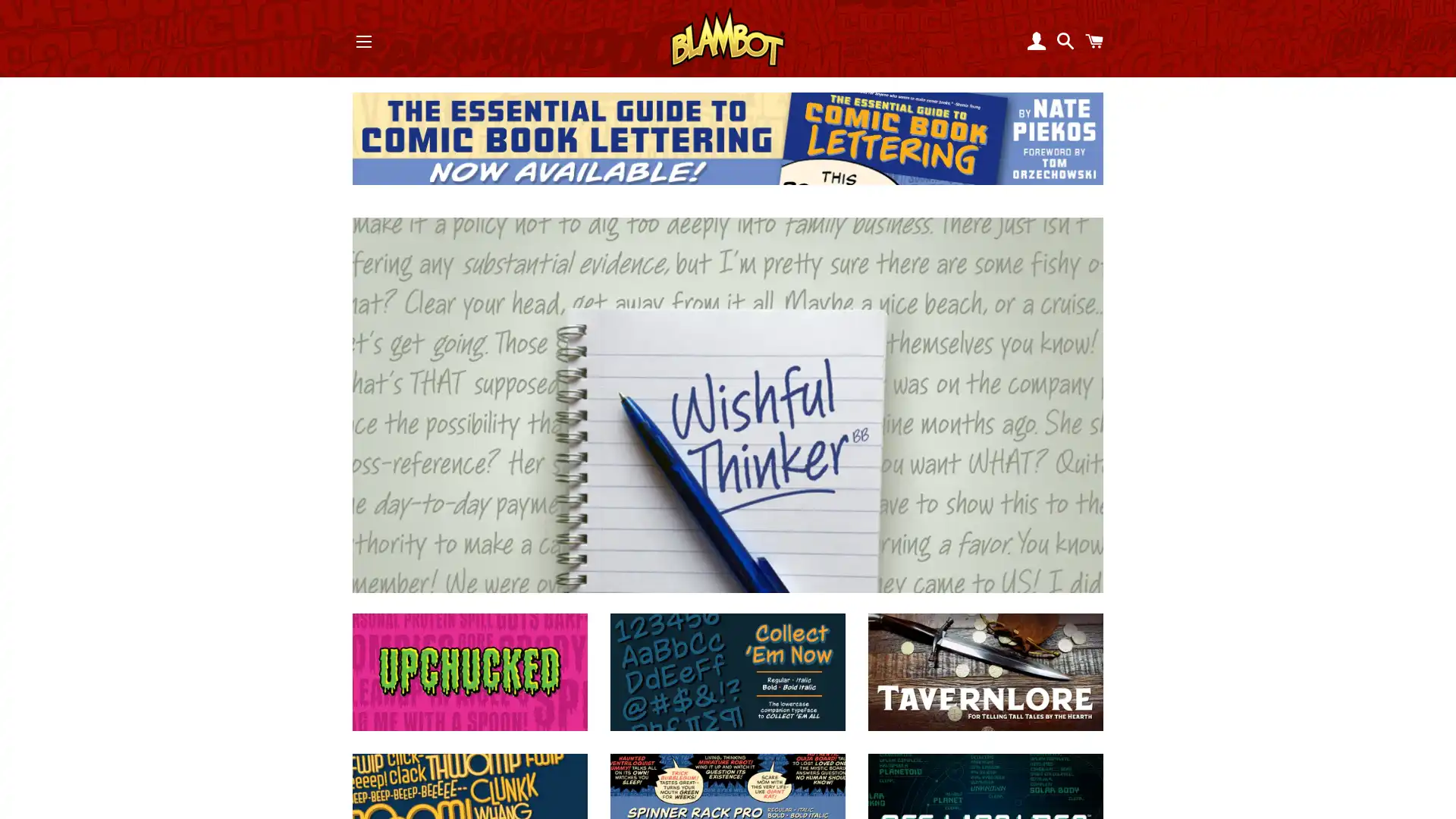 This screenshot has height=819, width=1456. Describe the element at coordinates (364, 40) in the screenshot. I see `SITE NAVIGATION` at that location.